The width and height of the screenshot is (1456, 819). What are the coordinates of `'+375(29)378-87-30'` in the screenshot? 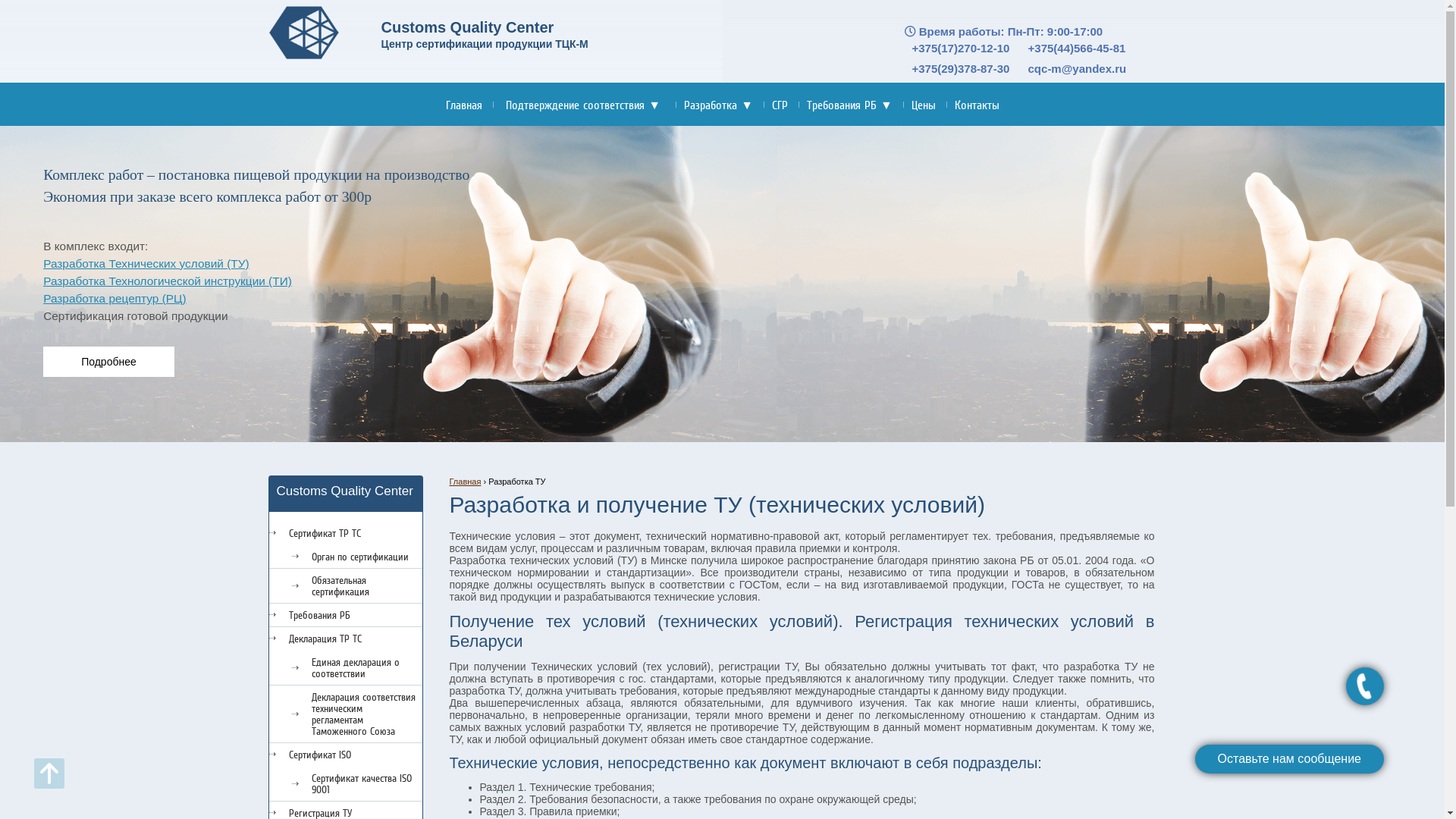 It's located at (959, 68).